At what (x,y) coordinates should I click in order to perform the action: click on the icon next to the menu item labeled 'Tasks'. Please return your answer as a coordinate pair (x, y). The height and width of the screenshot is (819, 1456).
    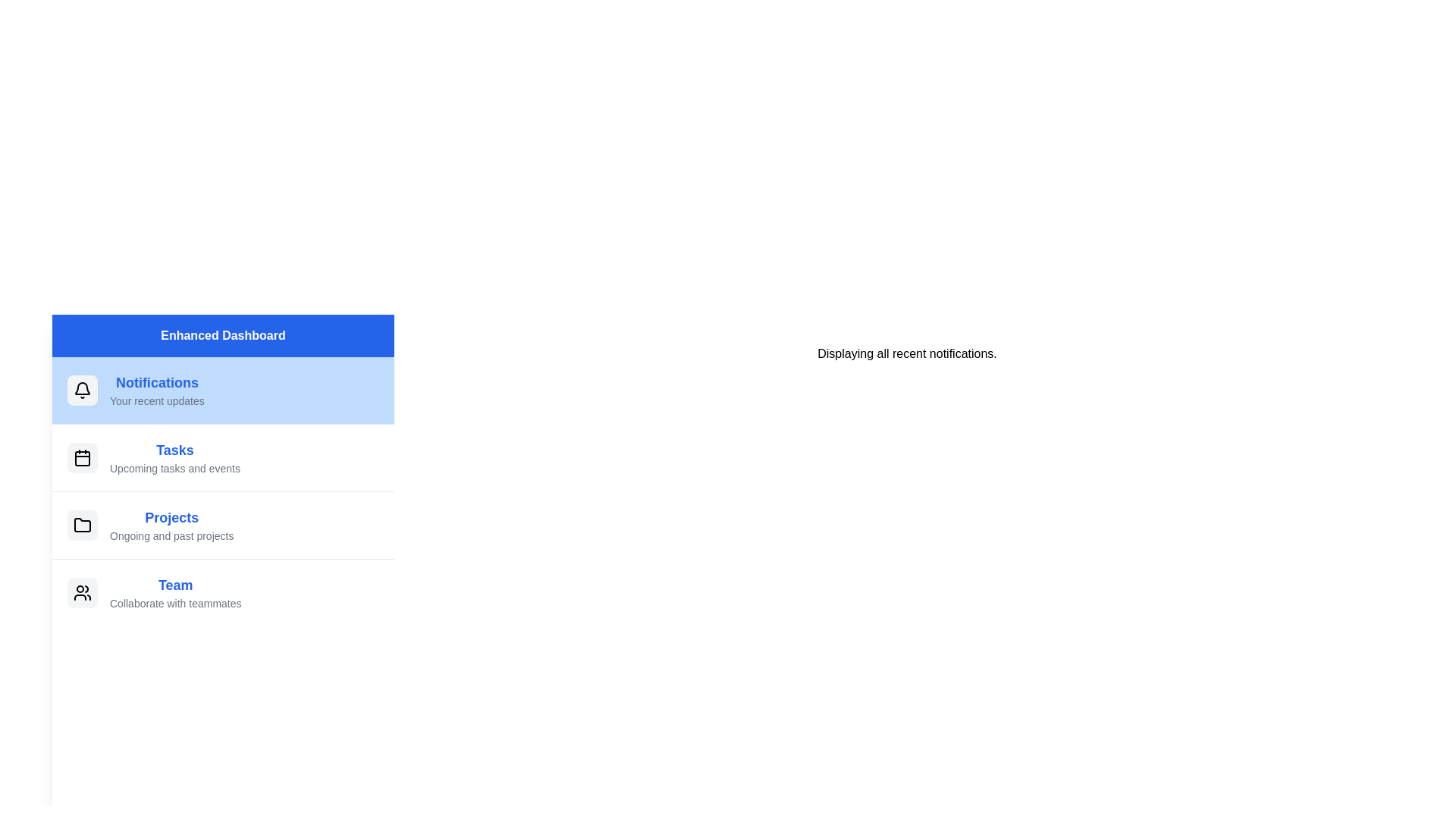
    Looking at the image, I should click on (82, 457).